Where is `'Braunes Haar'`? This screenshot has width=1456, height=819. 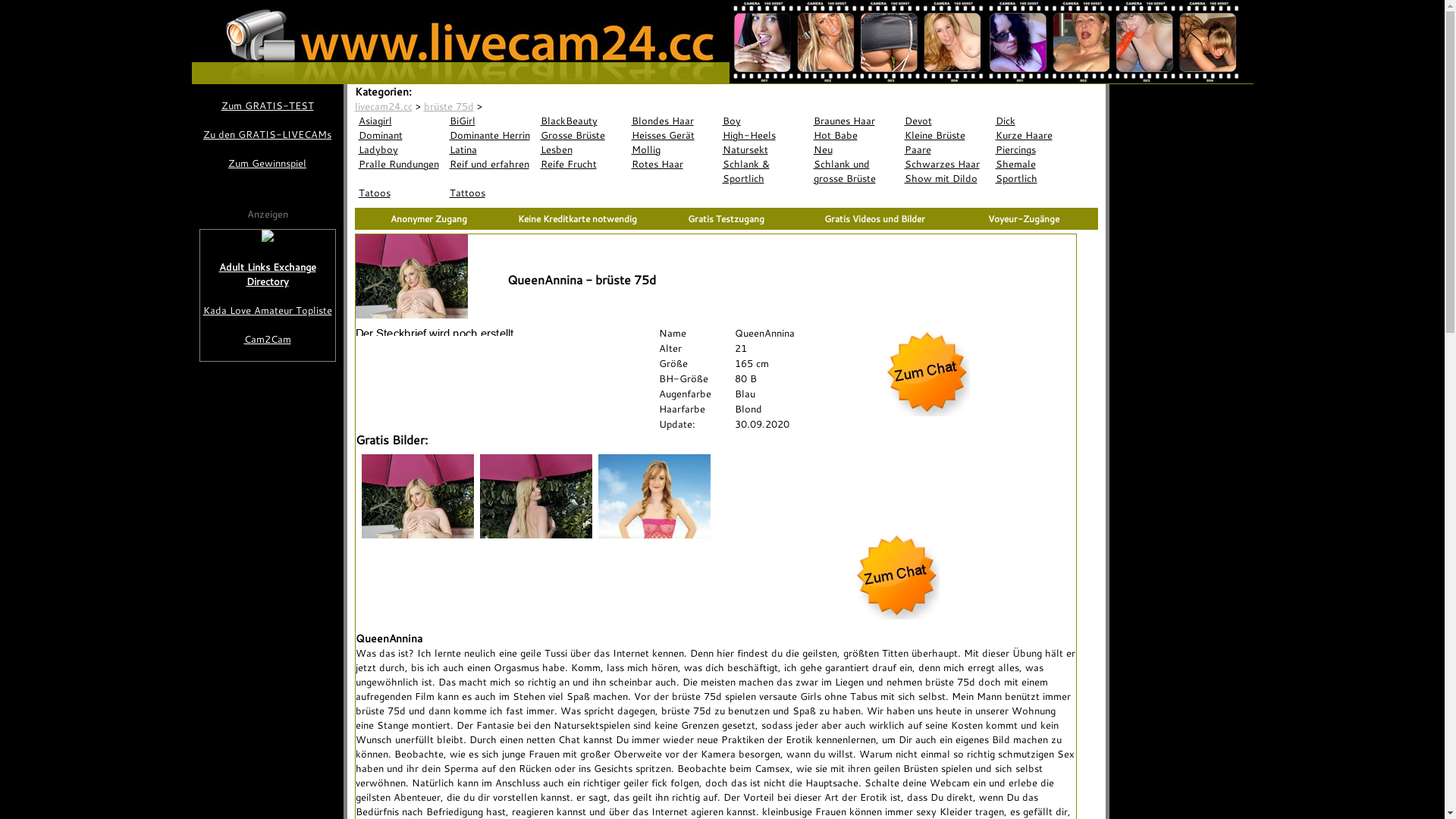
'Braunes Haar' is located at coordinates (855, 120).